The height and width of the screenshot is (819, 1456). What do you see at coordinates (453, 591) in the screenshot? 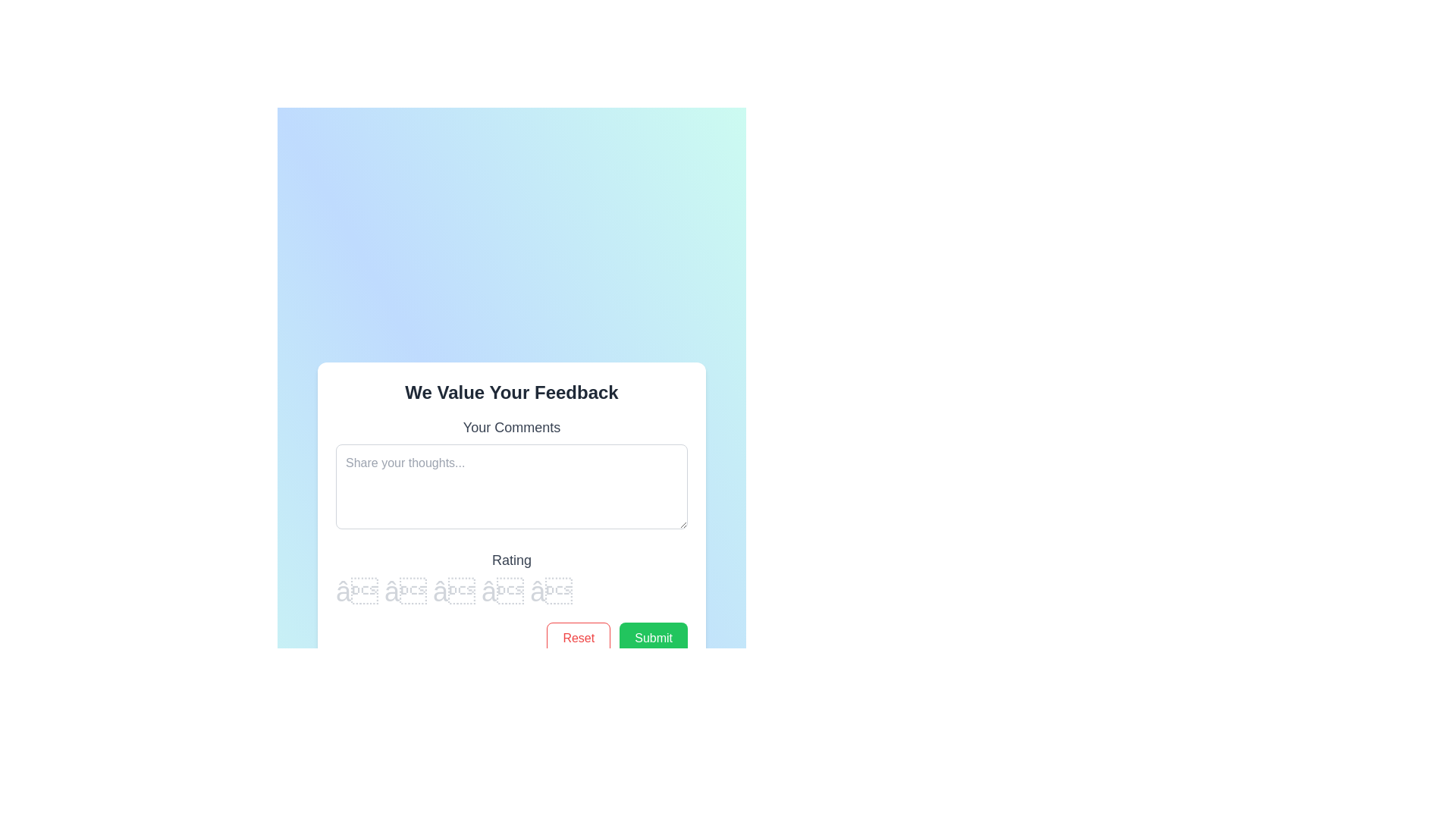
I see `the third star in the row of five rating stars` at bounding box center [453, 591].